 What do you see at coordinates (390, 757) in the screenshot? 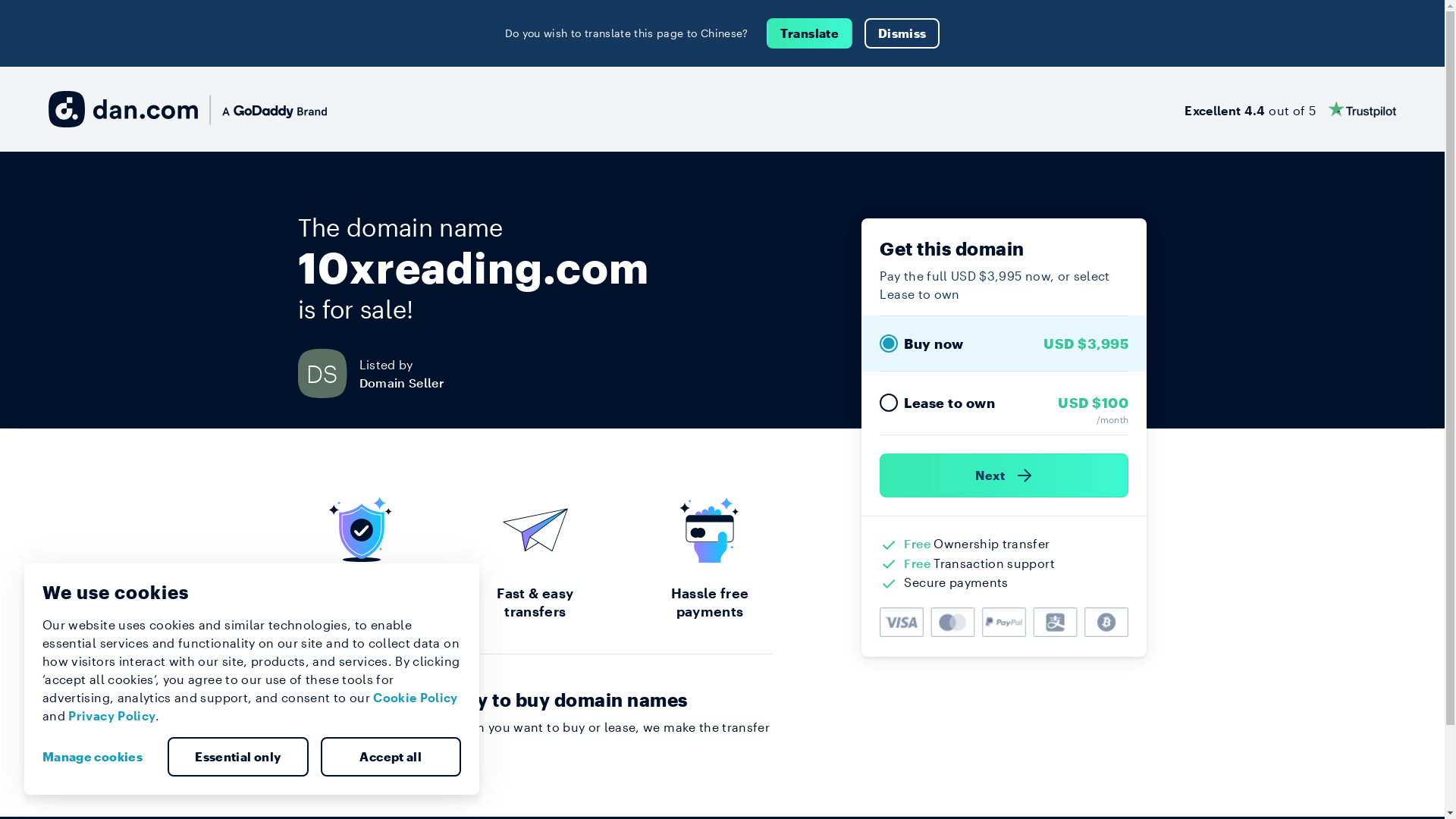
I see `'Accept all'` at bounding box center [390, 757].